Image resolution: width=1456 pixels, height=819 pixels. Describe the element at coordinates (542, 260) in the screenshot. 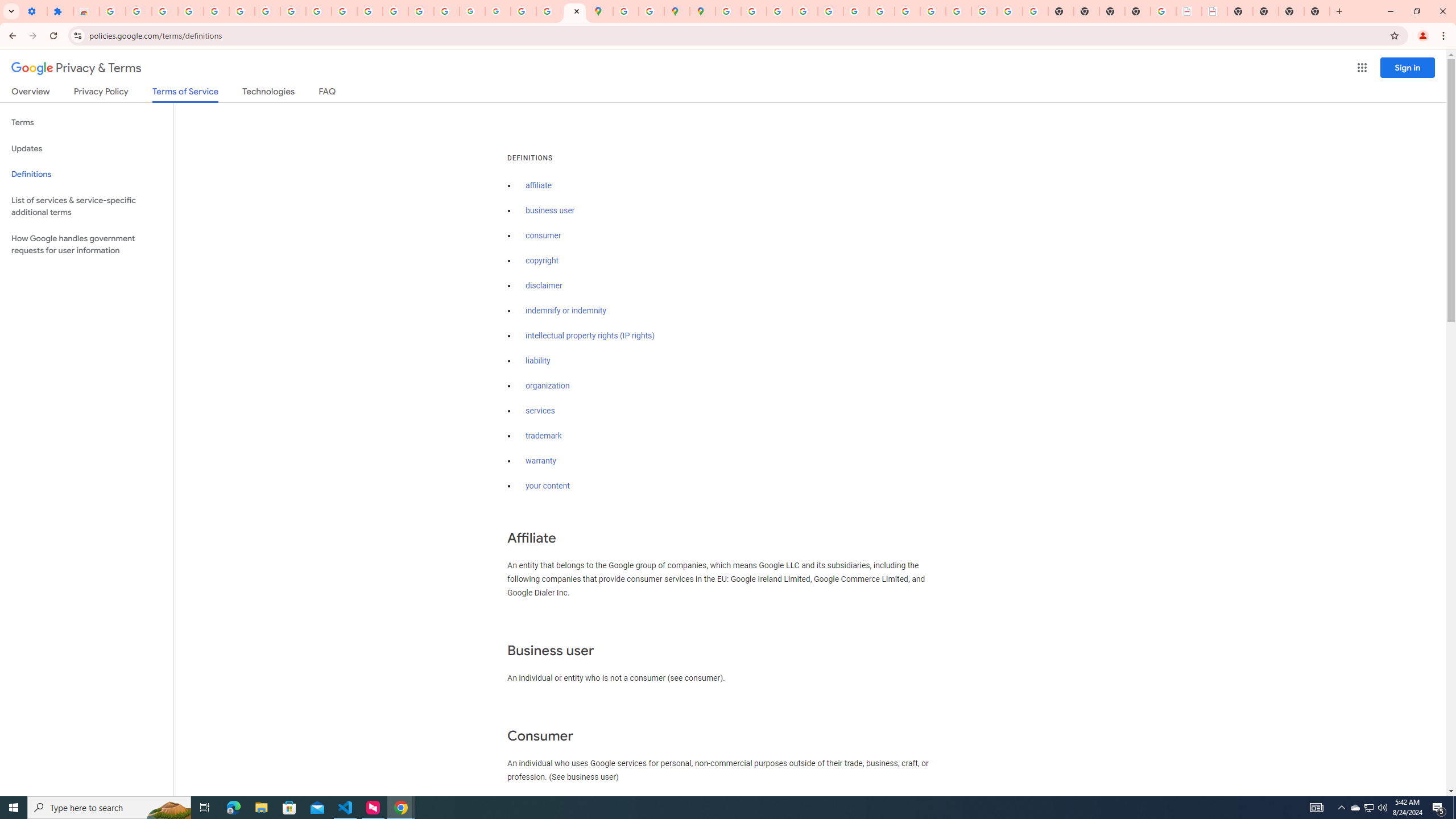

I see `'copyright'` at that location.